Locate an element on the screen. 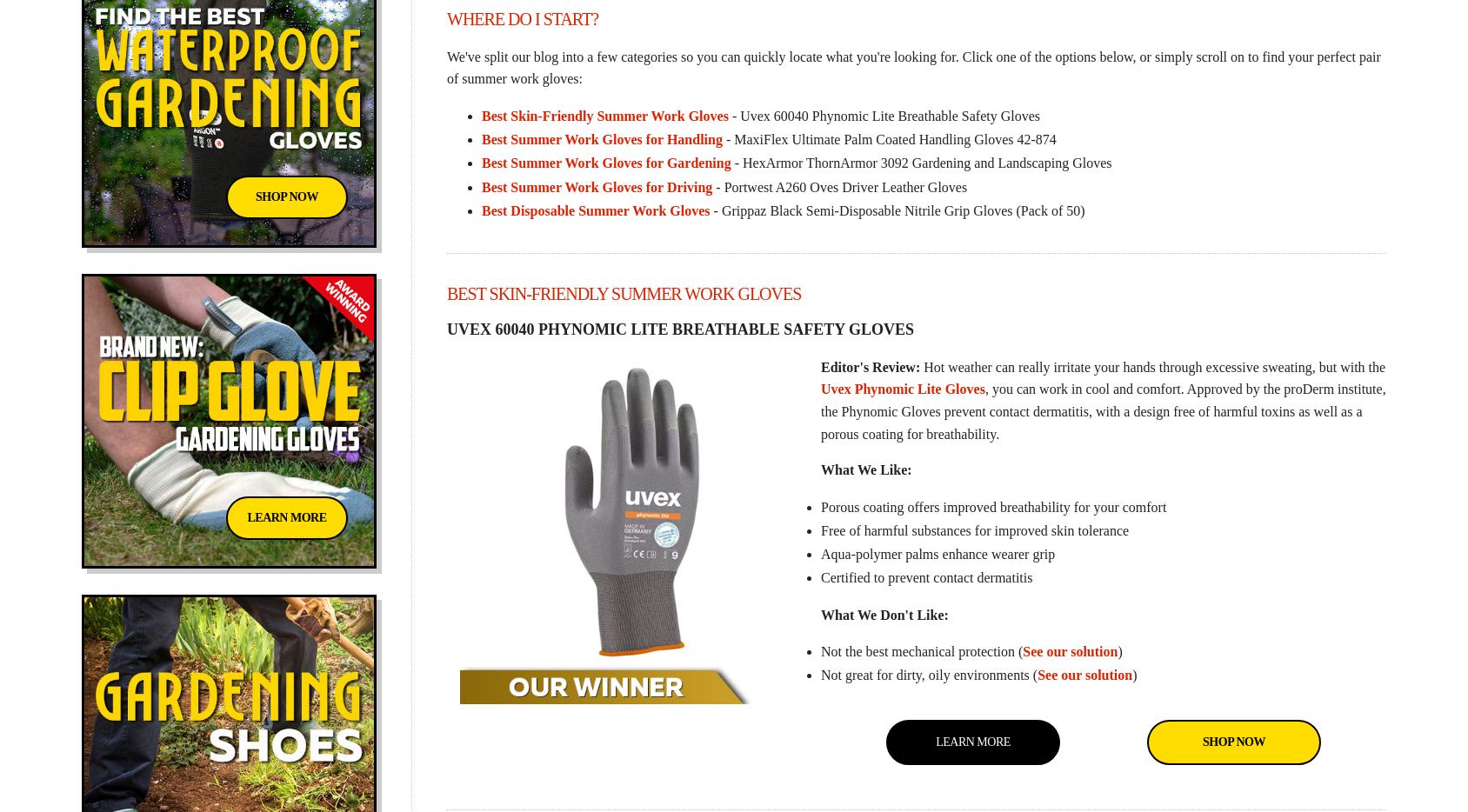 The width and height of the screenshot is (1468, 812). 'Best Summer Work Gloves for Driving' is located at coordinates (596, 185).